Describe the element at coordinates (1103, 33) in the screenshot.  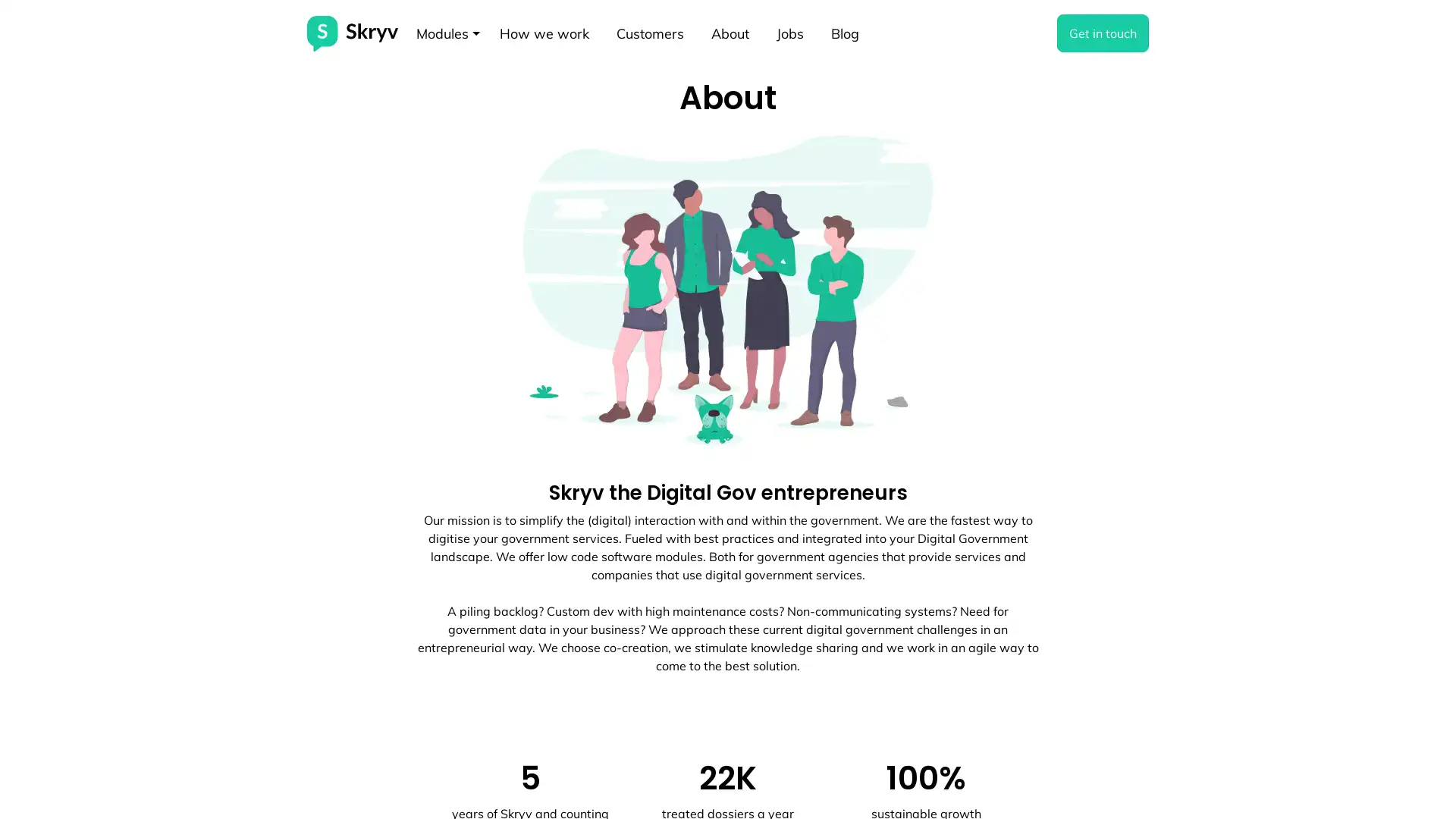
I see `Get in touch` at that location.